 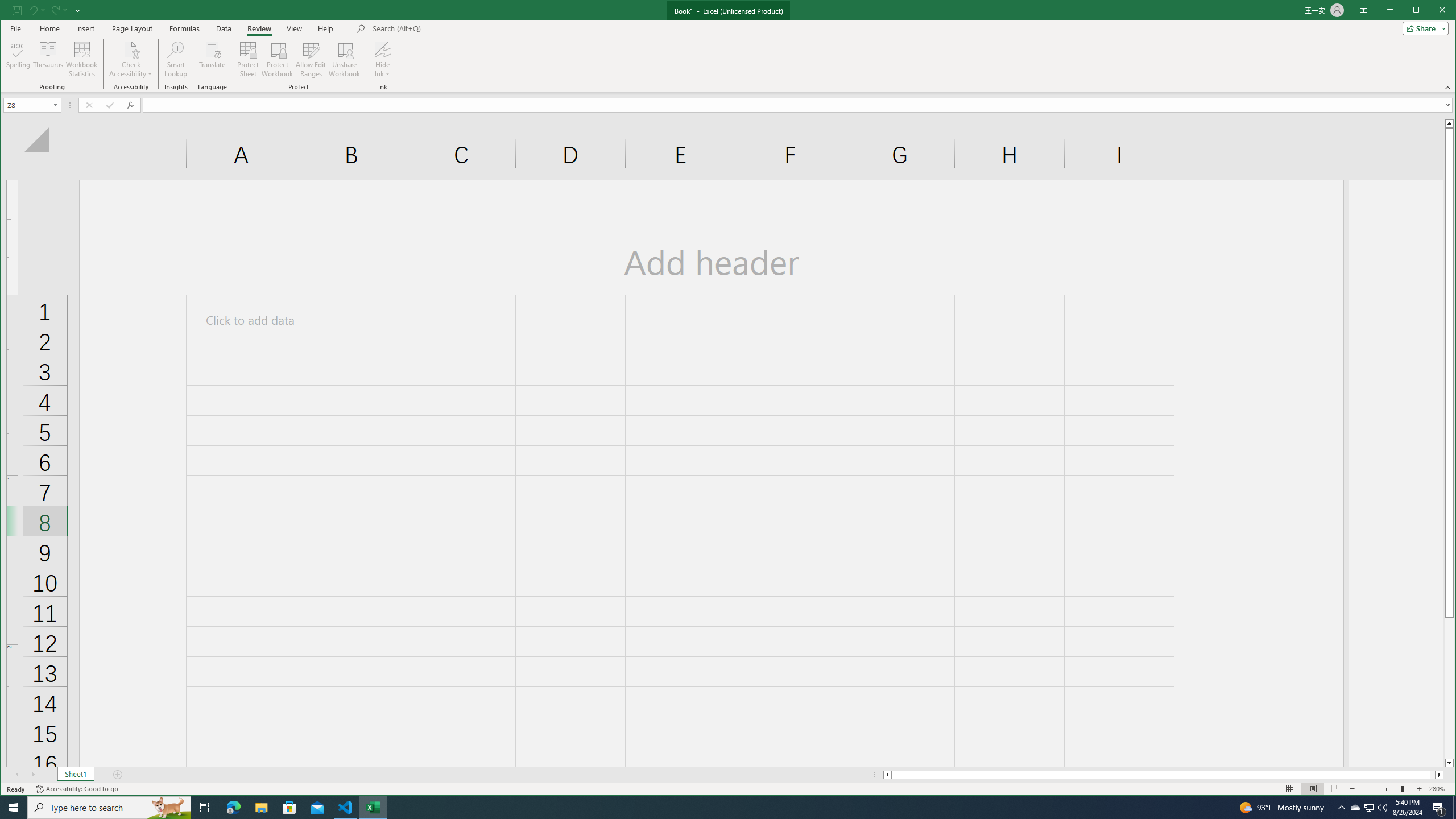 What do you see at coordinates (717, 806) in the screenshot?
I see `'Running applications'` at bounding box center [717, 806].